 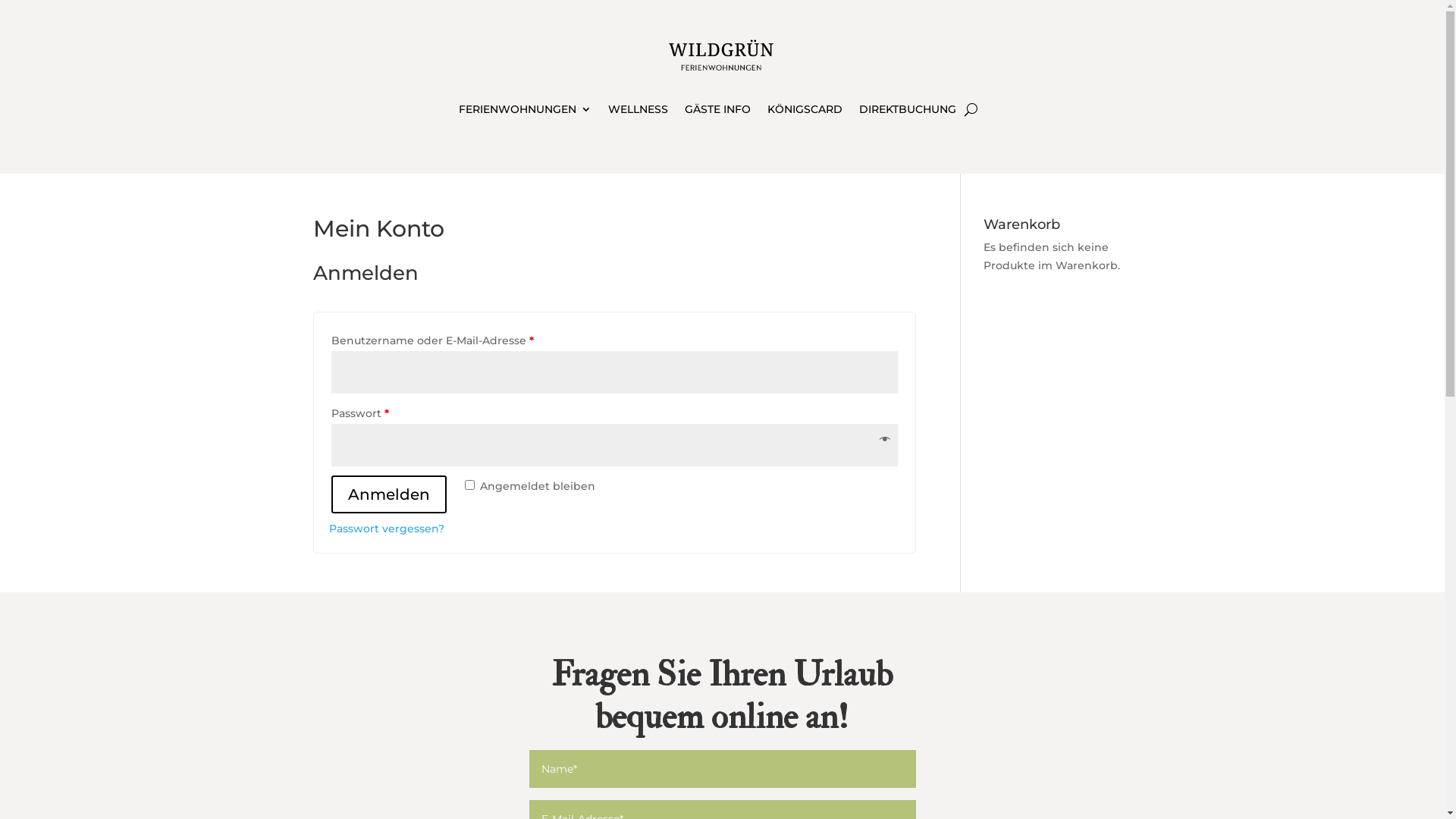 What do you see at coordinates (721, 55) in the screenshot?
I see `'logo_wildgruen_22'` at bounding box center [721, 55].